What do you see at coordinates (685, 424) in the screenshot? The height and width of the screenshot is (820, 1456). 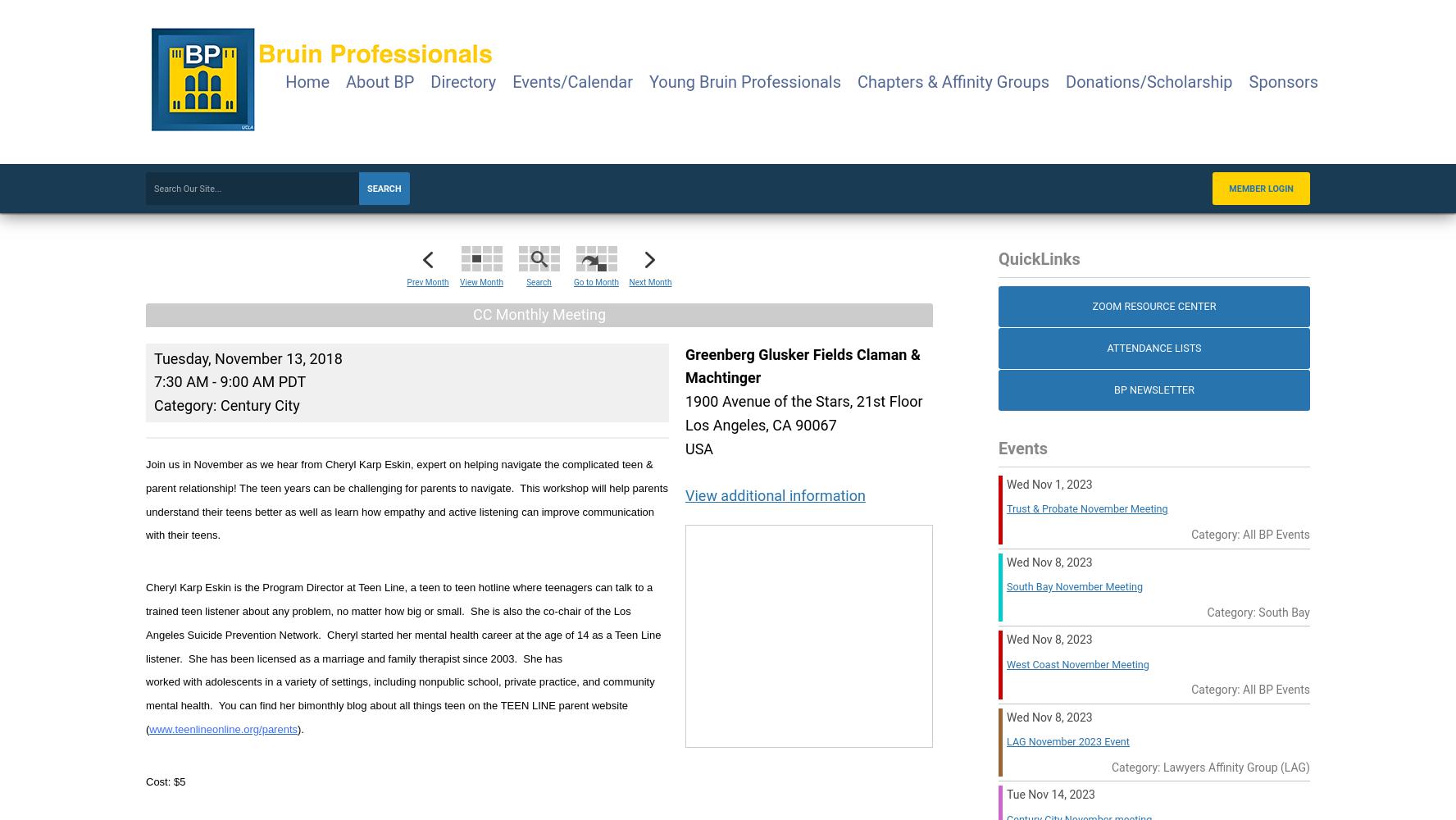 I see `'Los Angeles, CA 90067'` at bounding box center [685, 424].